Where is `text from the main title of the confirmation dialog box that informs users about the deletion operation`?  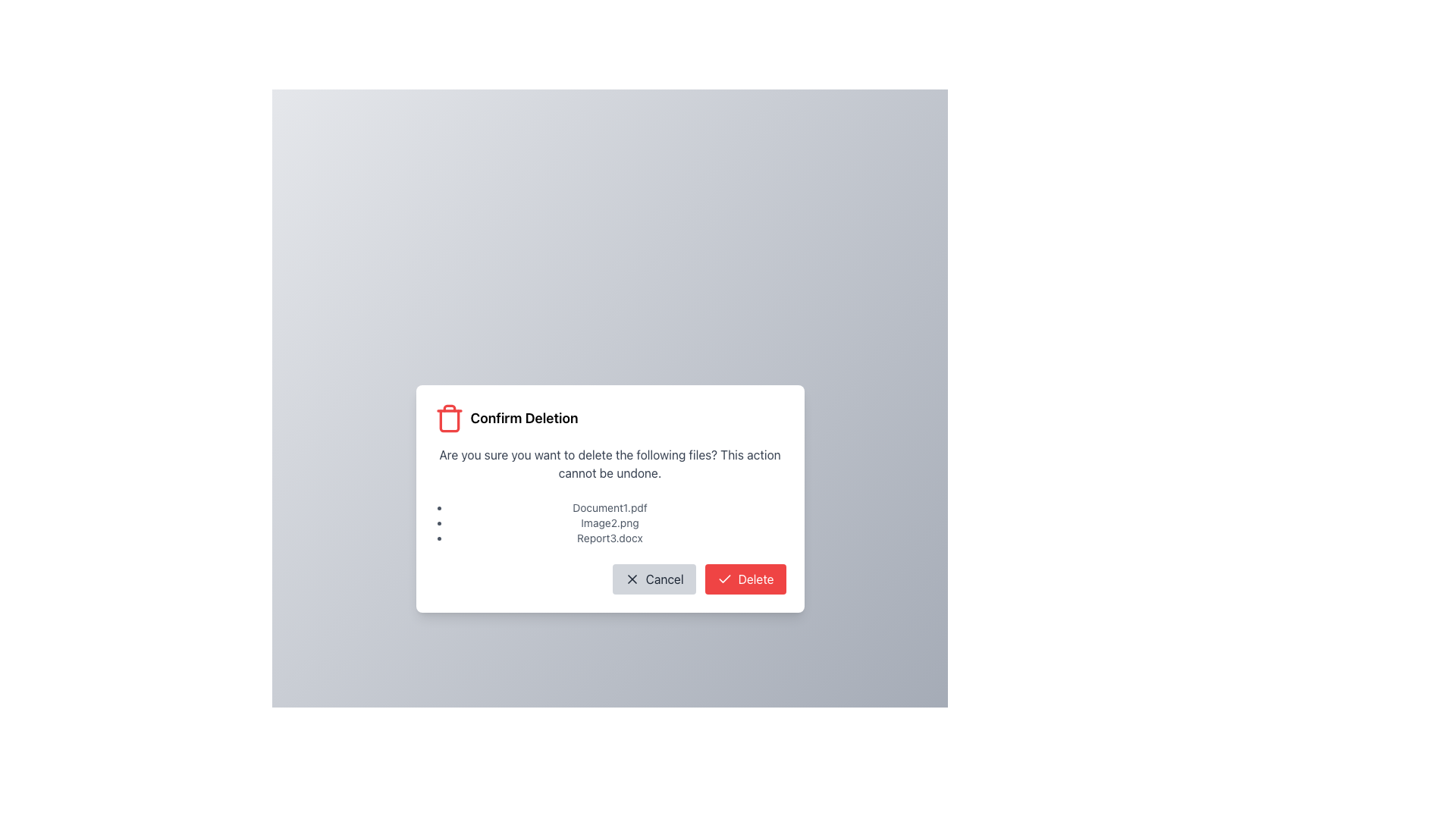 text from the main title of the confirmation dialog box that informs users about the deletion operation is located at coordinates (524, 418).